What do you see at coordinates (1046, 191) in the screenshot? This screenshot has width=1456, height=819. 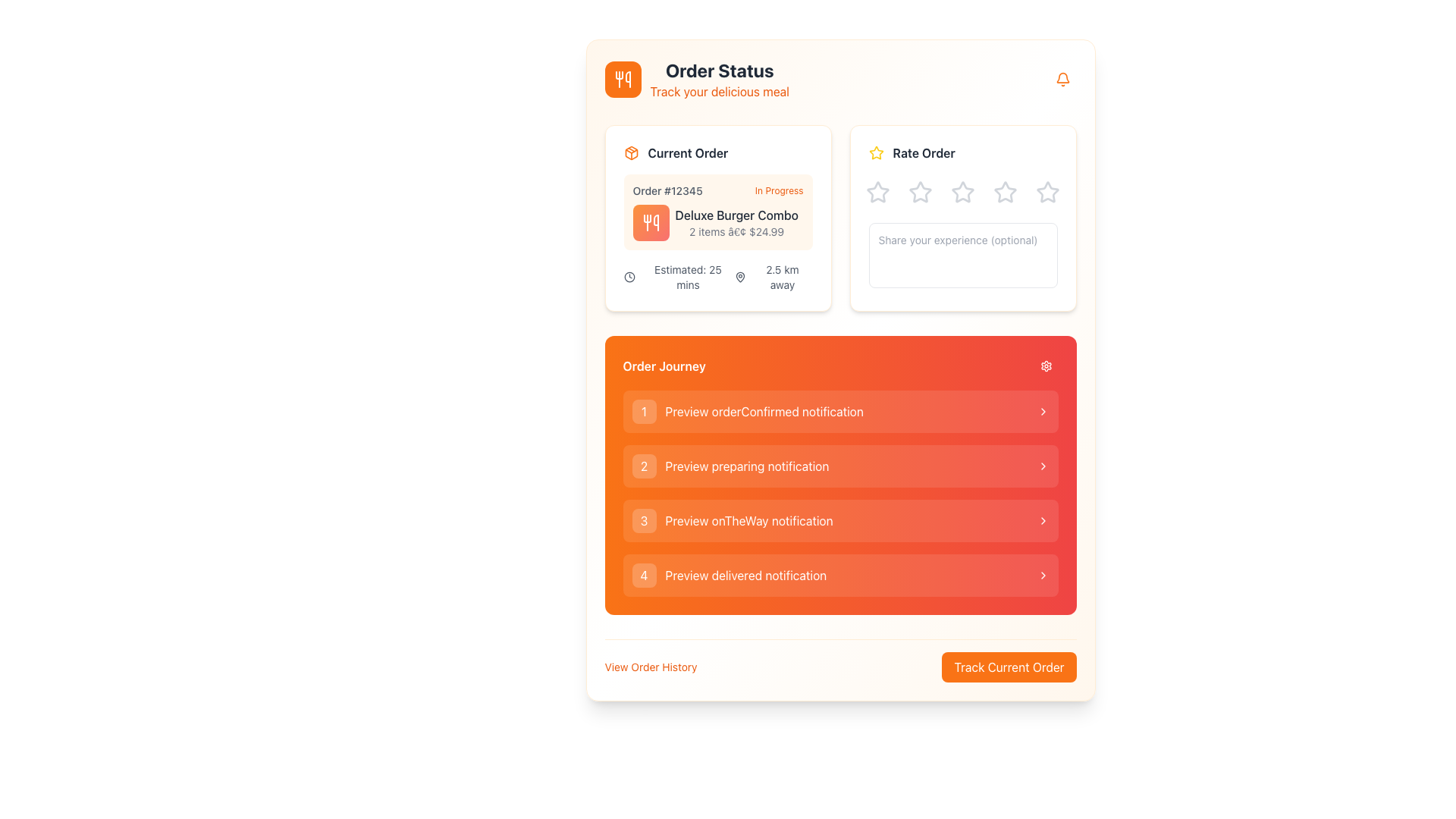 I see `the Rating star icon located at the far right of the horizontal row of five star-shaped icons` at bounding box center [1046, 191].